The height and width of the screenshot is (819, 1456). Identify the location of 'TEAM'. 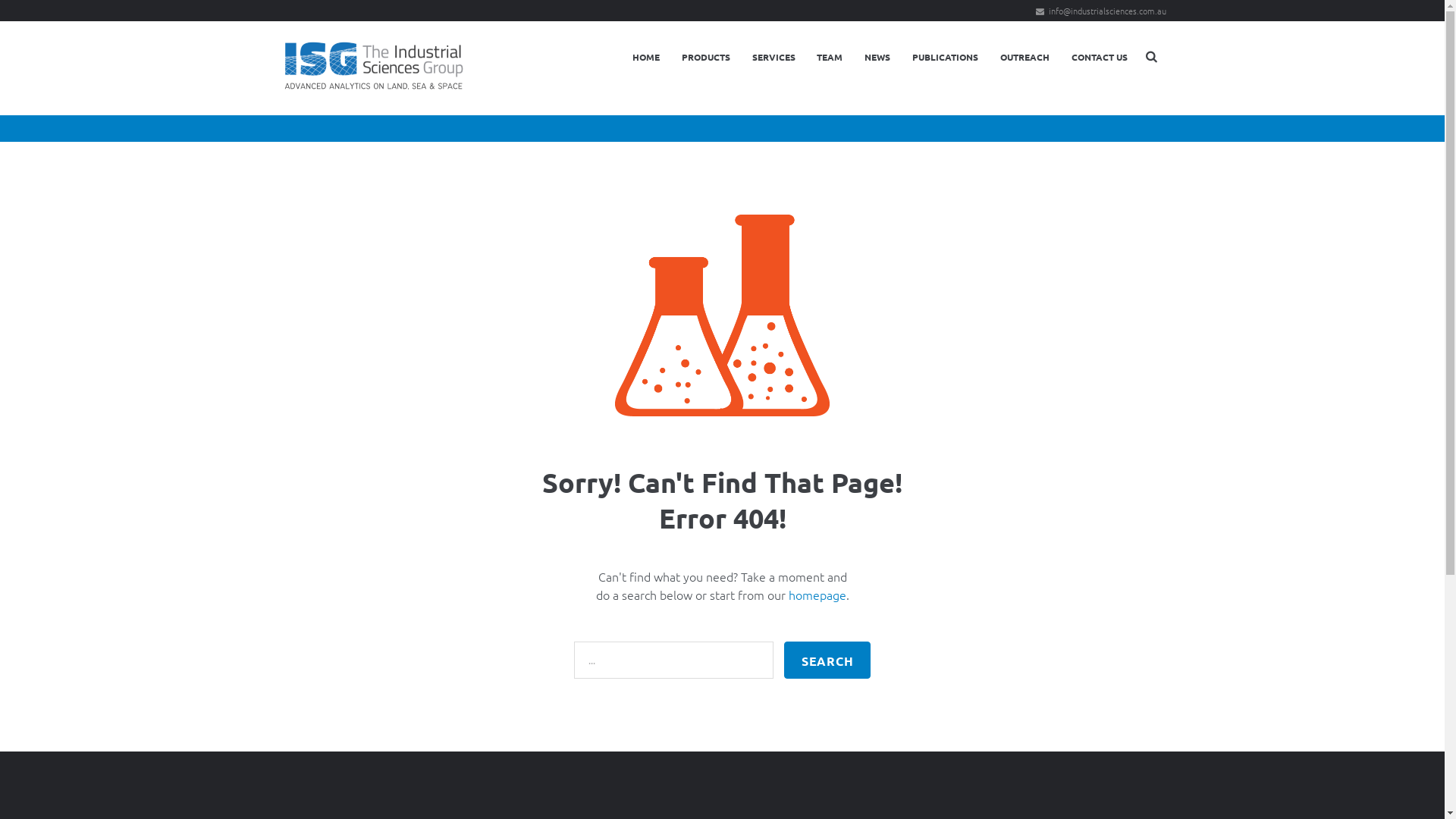
(829, 56).